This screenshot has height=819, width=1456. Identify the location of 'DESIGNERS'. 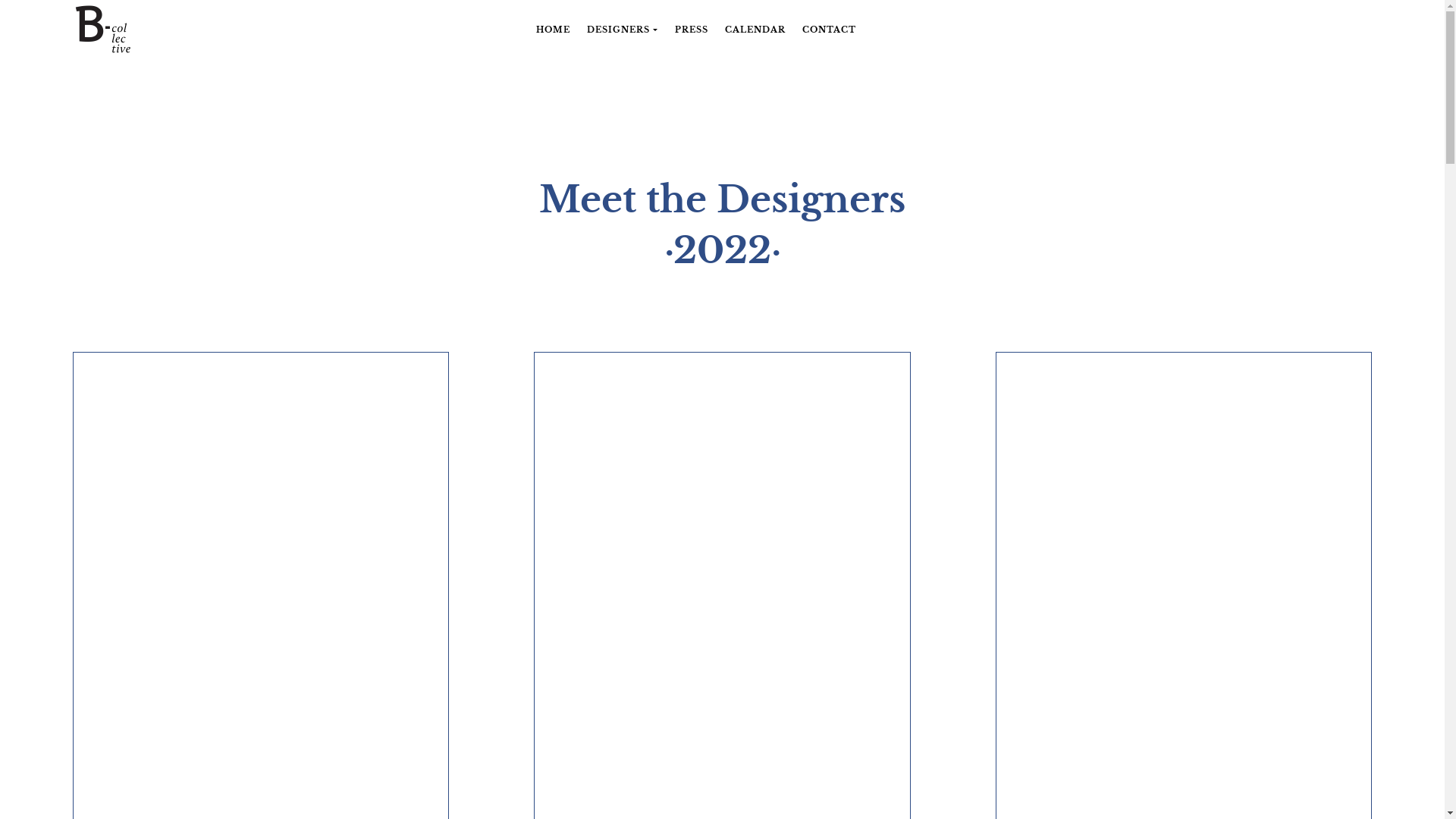
(585, 30).